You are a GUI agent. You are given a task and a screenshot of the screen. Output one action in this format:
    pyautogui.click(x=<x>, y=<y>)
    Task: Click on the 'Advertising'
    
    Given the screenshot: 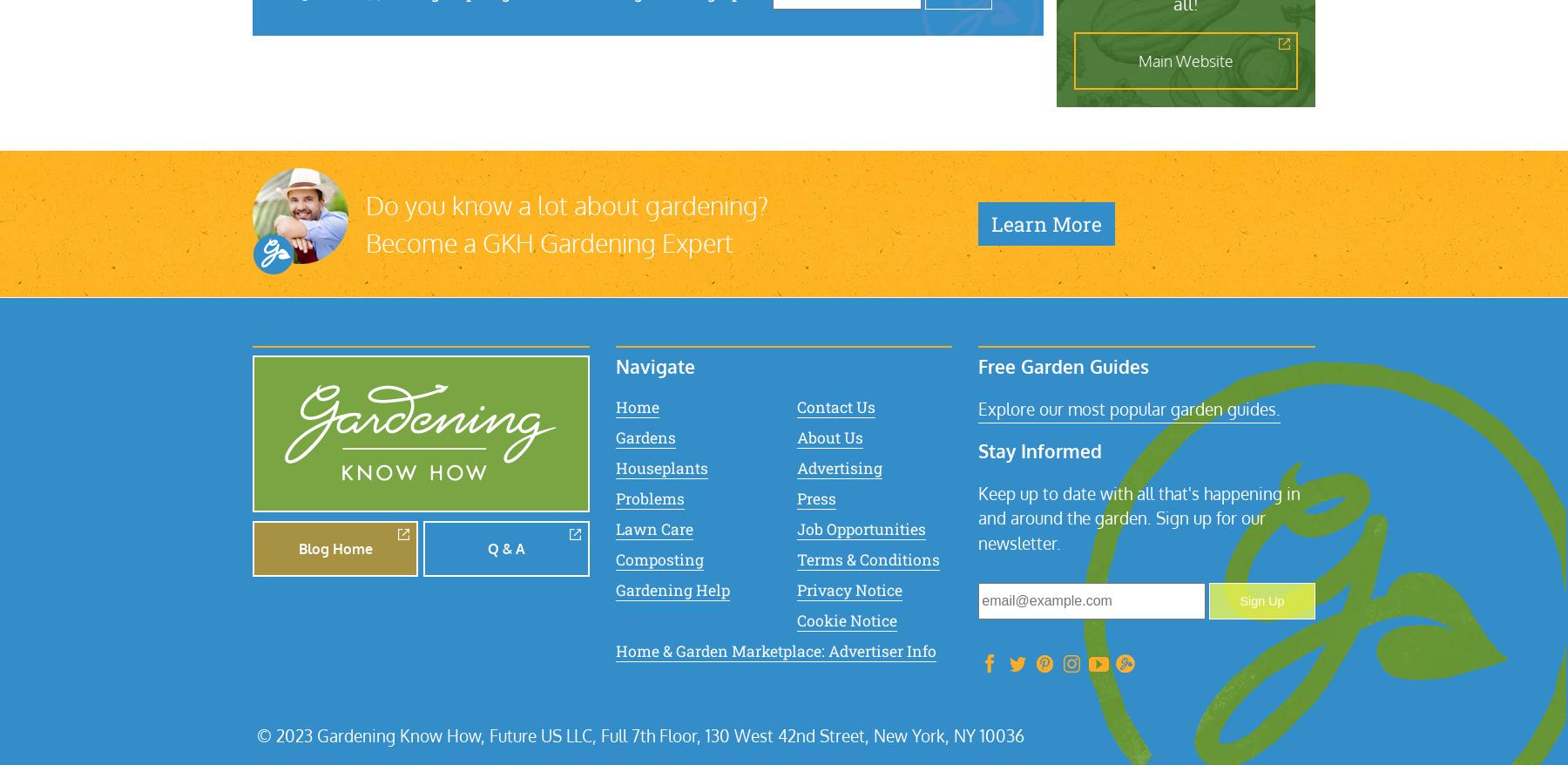 What is the action you would take?
    pyautogui.click(x=838, y=466)
    